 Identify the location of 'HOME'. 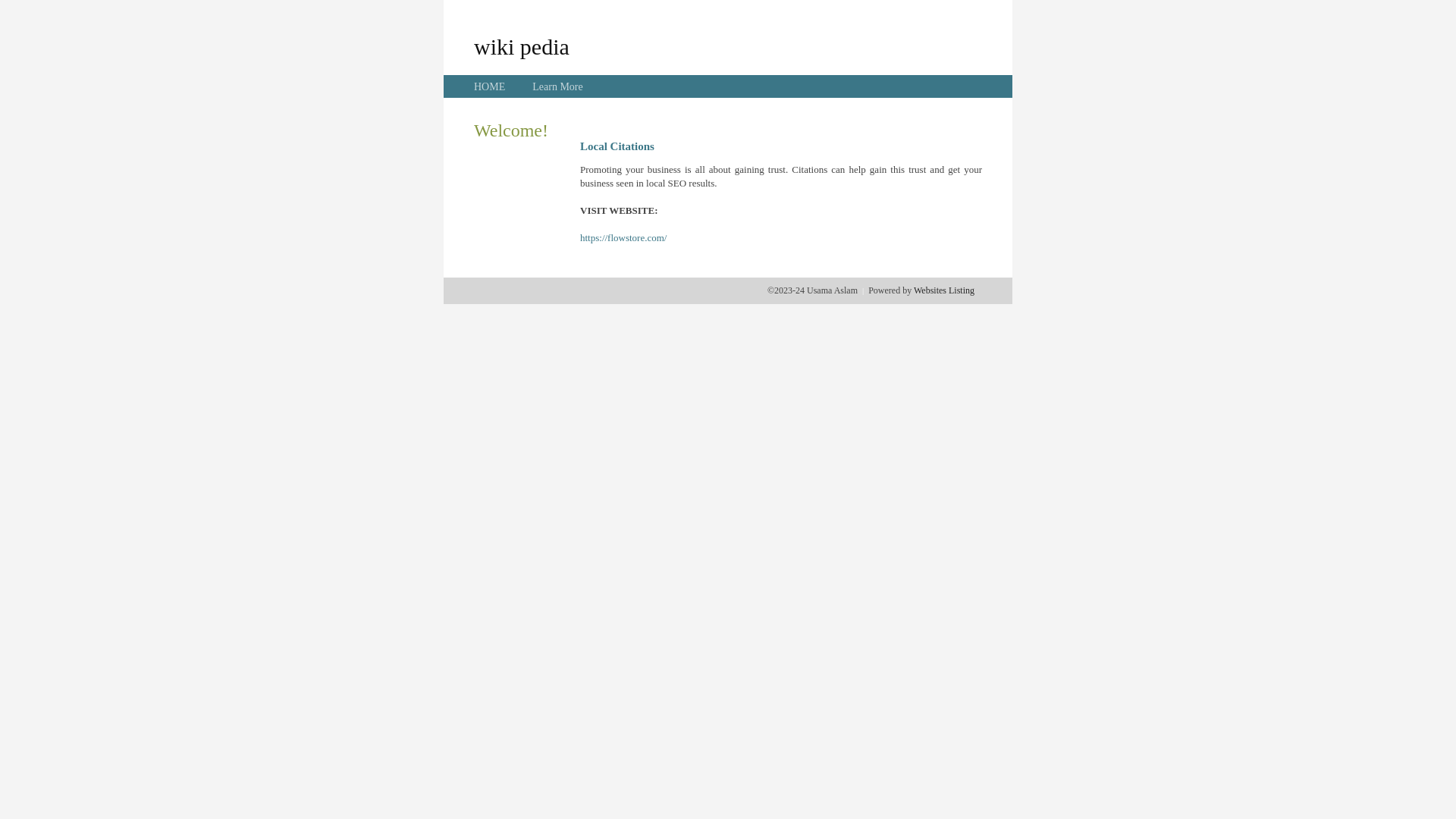
(489, 86).